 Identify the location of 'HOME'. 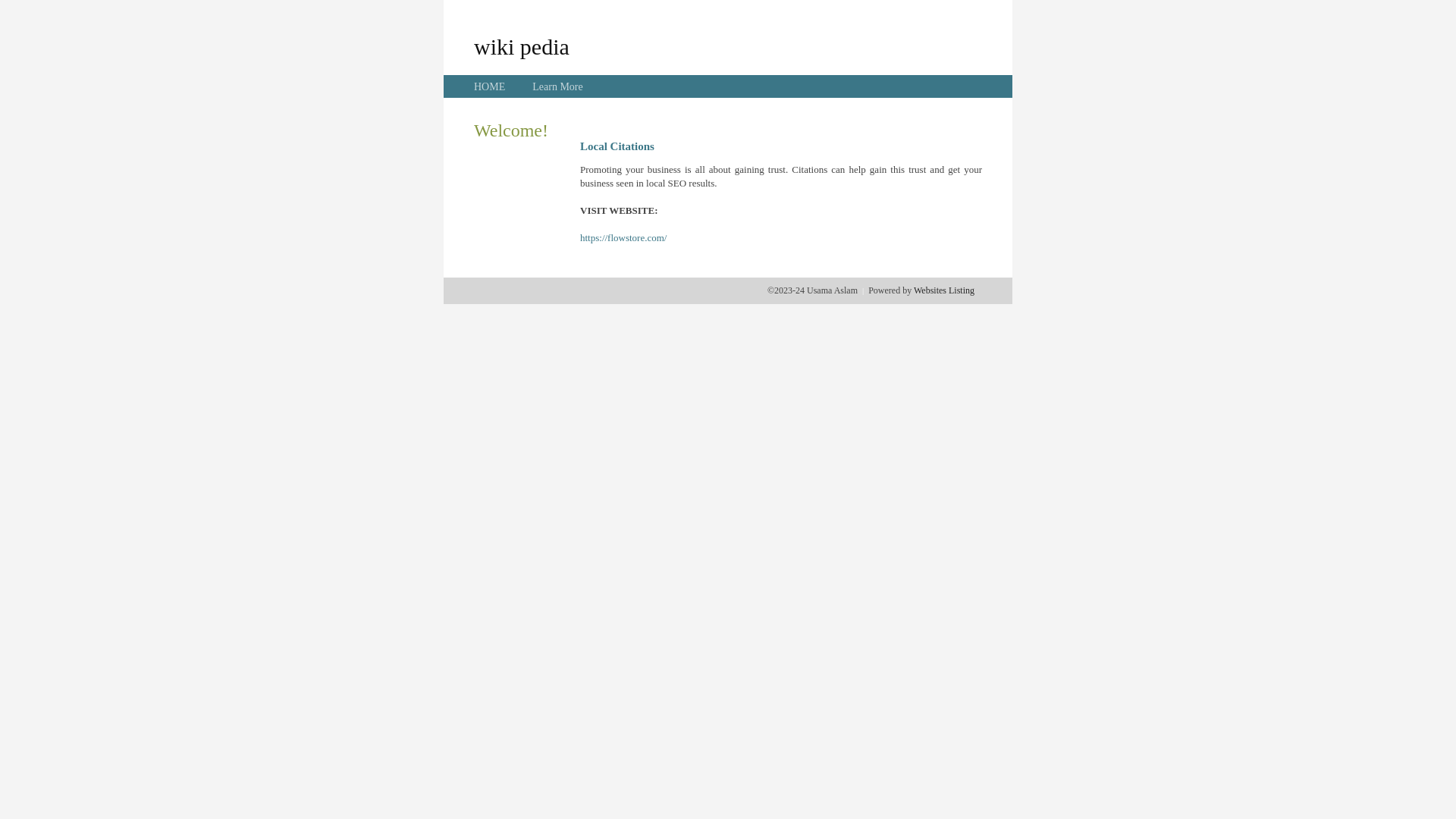
(489, 86).